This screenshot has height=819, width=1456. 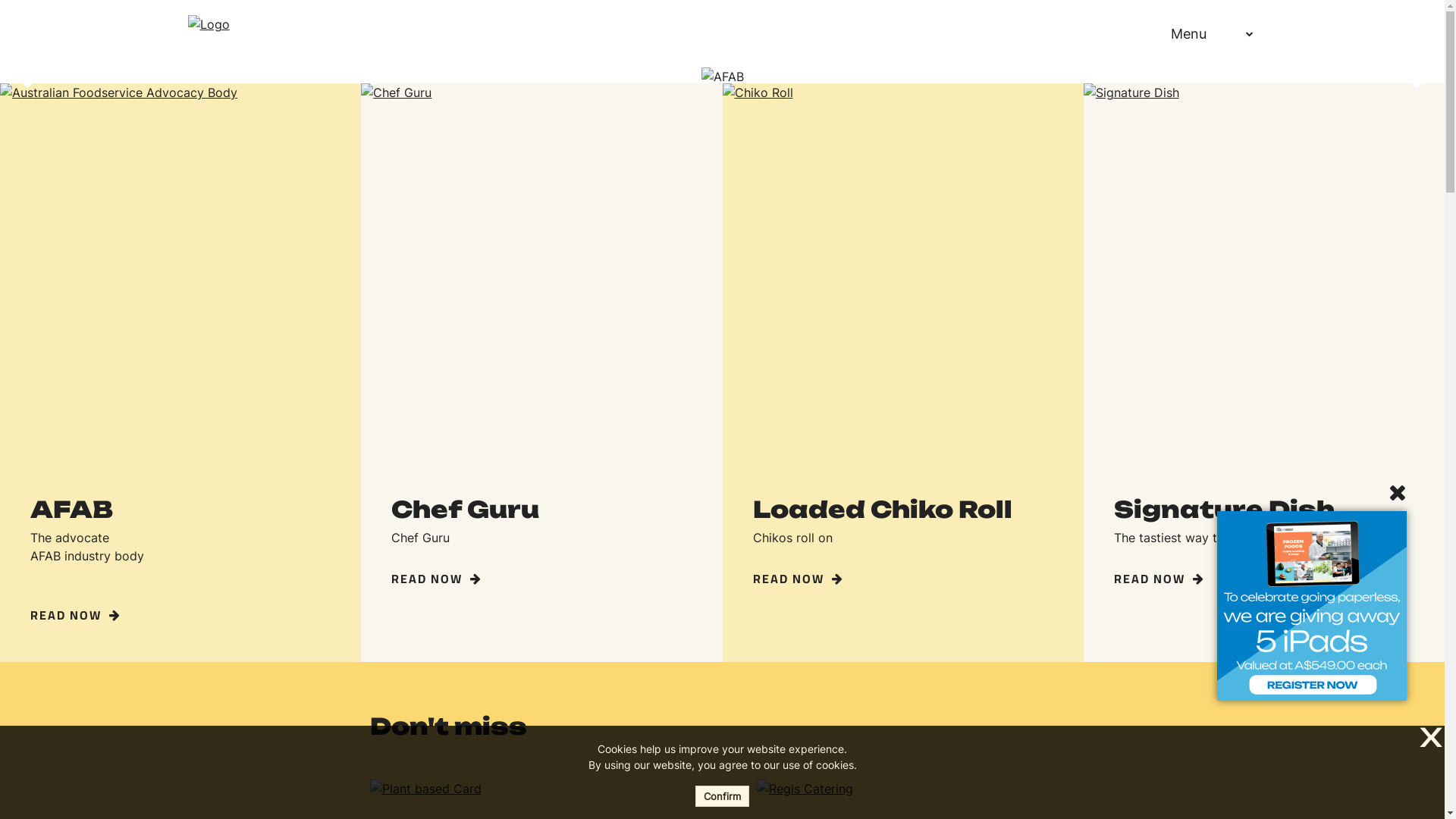 I want to click on 'Menu', so click(x=1194, y=33).